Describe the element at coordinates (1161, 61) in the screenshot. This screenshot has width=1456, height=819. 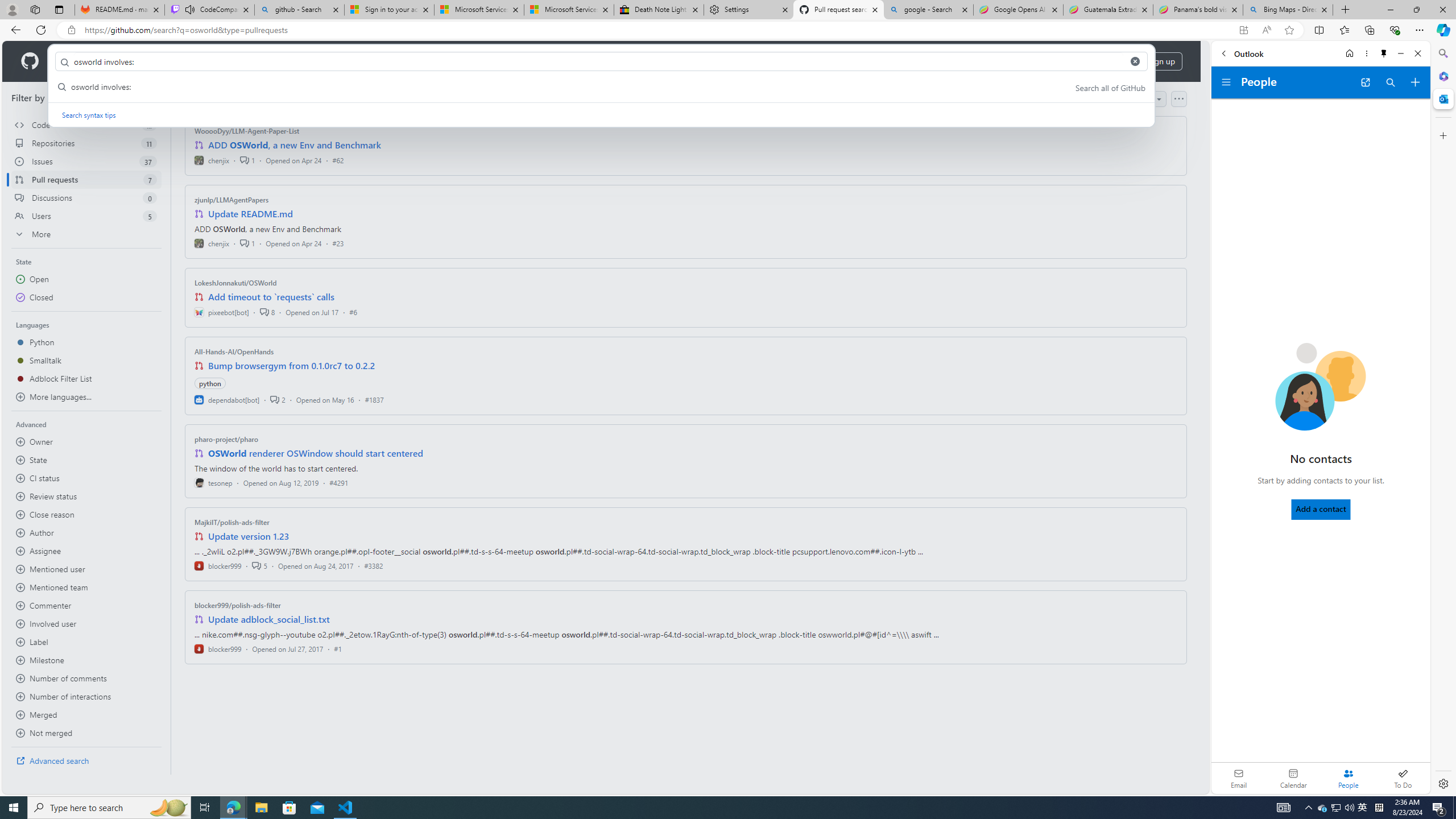
I see `'Sign up'` at that location.